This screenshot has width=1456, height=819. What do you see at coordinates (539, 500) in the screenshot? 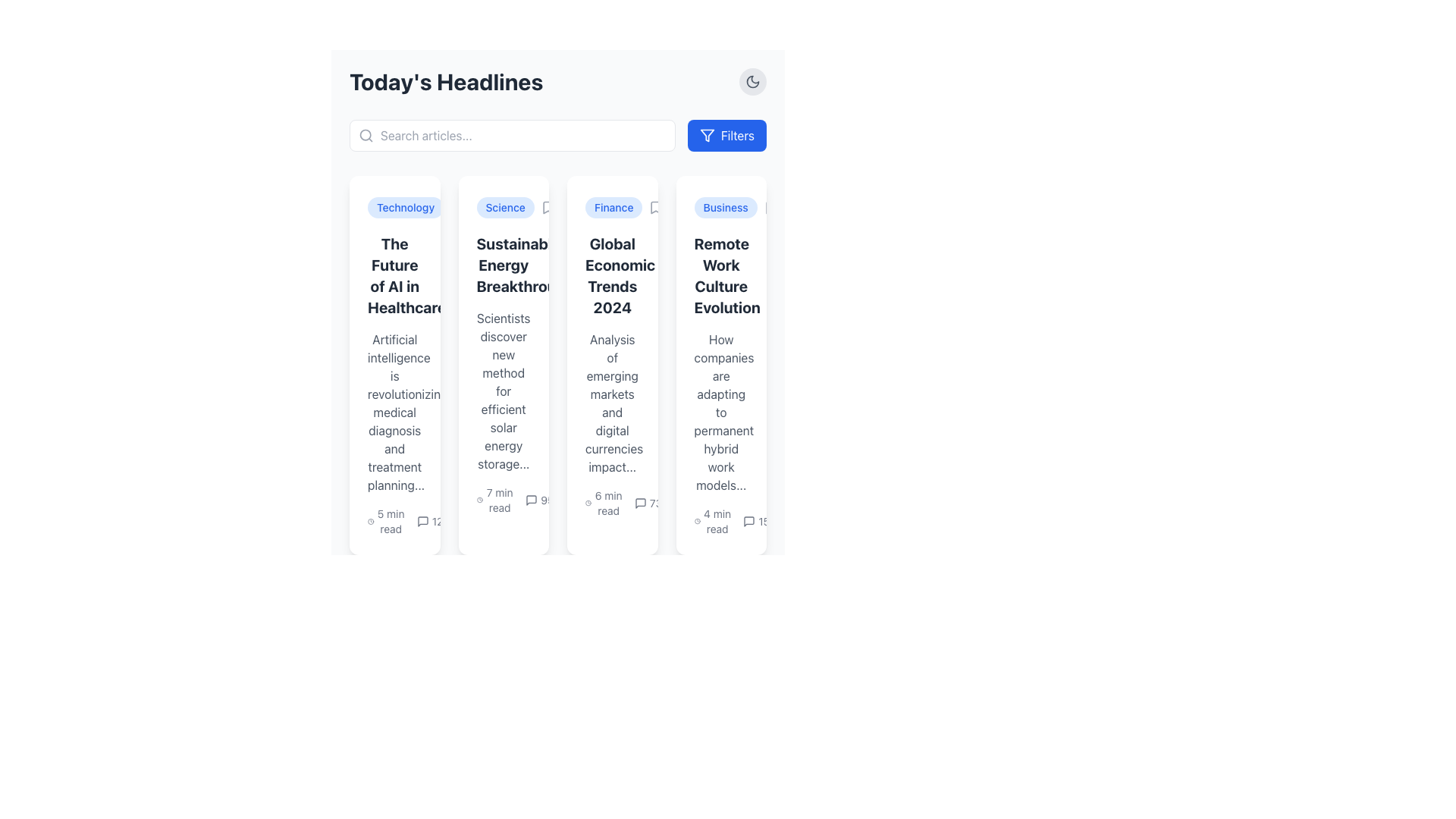
I see `the comment count indicator icon with text label located in the 'Sustainable Energy Breakthrough' card, positioned towards the bottom-right corner` at bounding box center [539, 500].